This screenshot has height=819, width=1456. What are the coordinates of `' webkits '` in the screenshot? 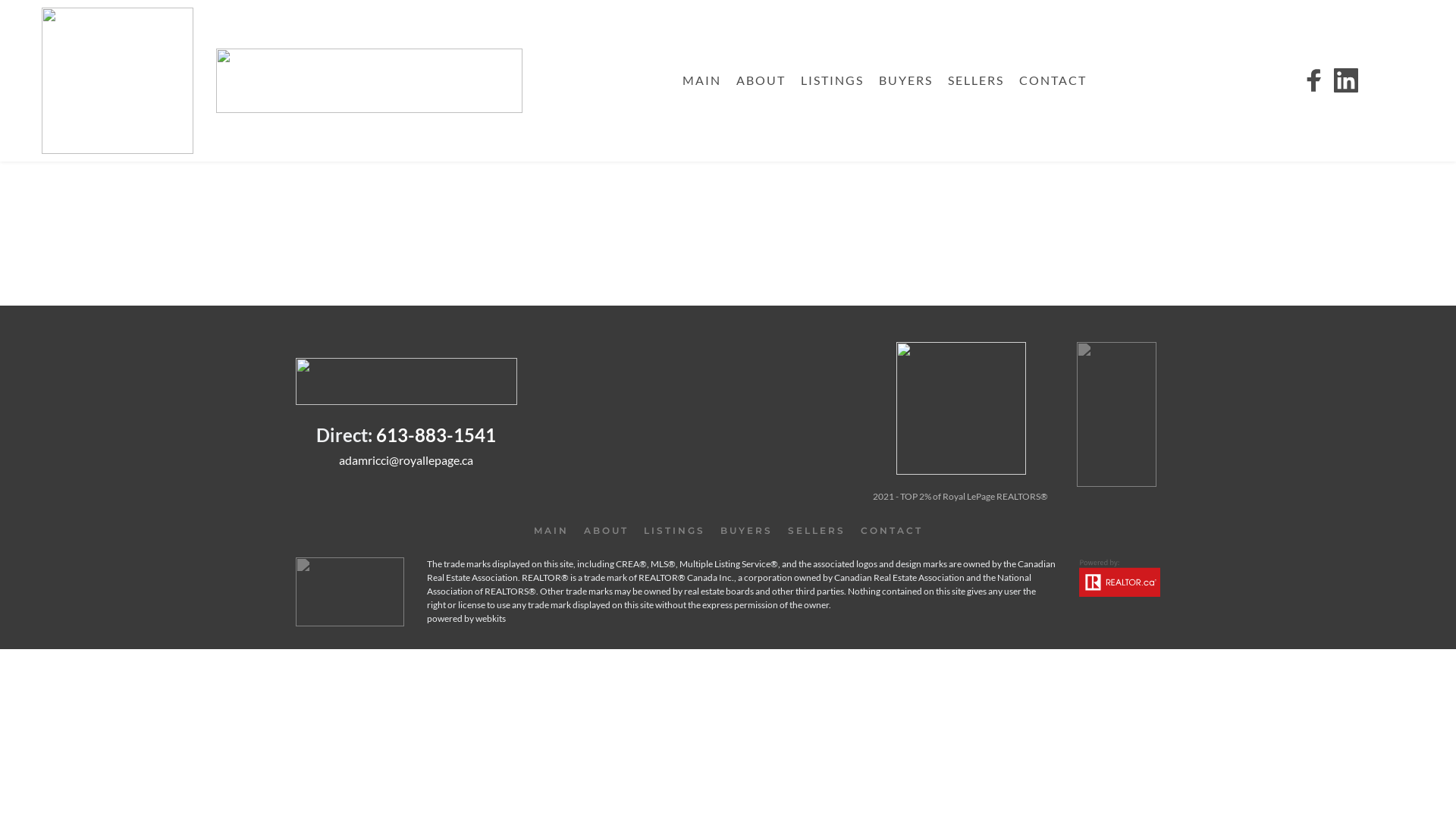 It's located at (491, 618).